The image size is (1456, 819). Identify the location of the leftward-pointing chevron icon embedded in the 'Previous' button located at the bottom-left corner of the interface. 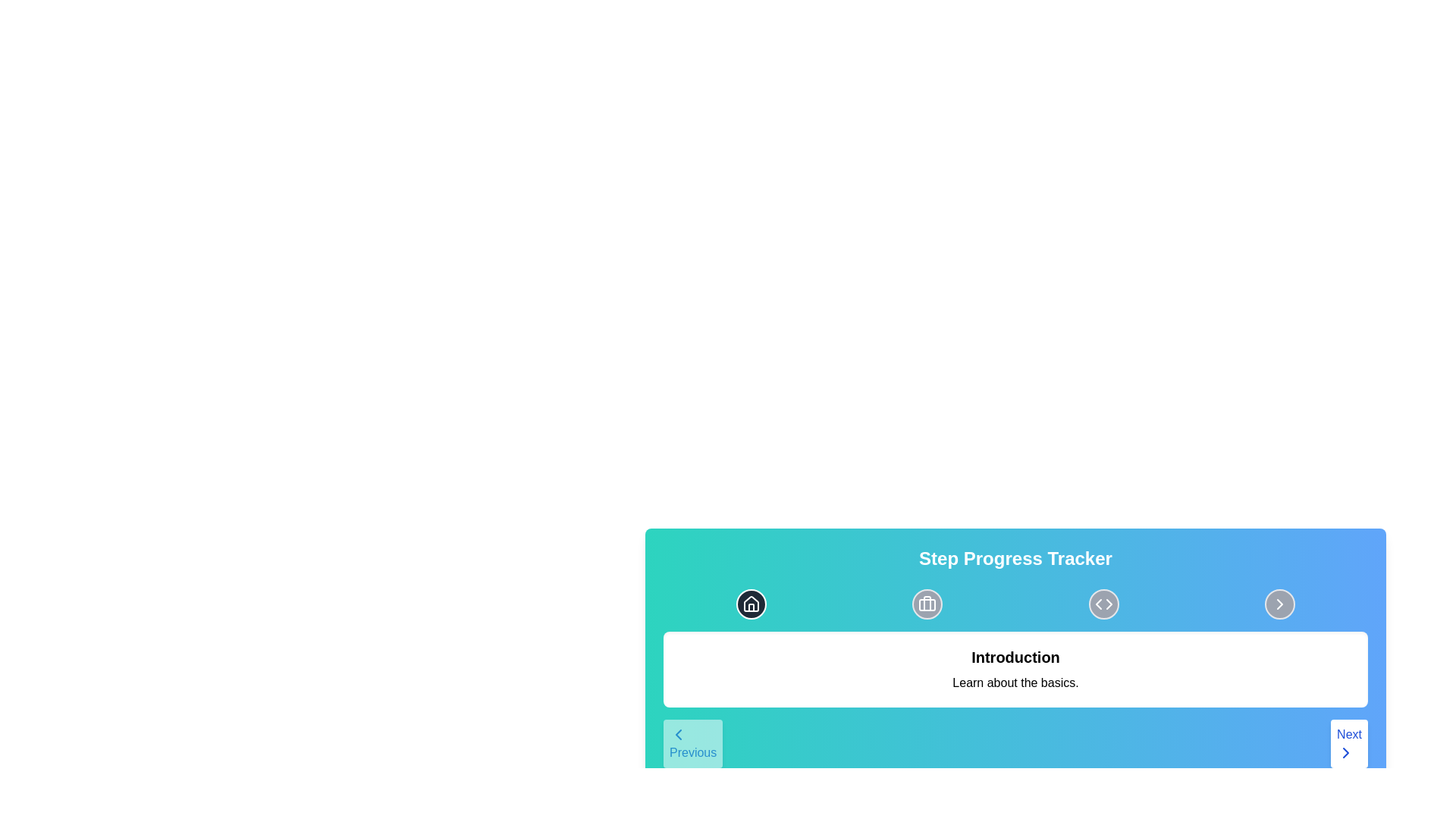
(677, 733).